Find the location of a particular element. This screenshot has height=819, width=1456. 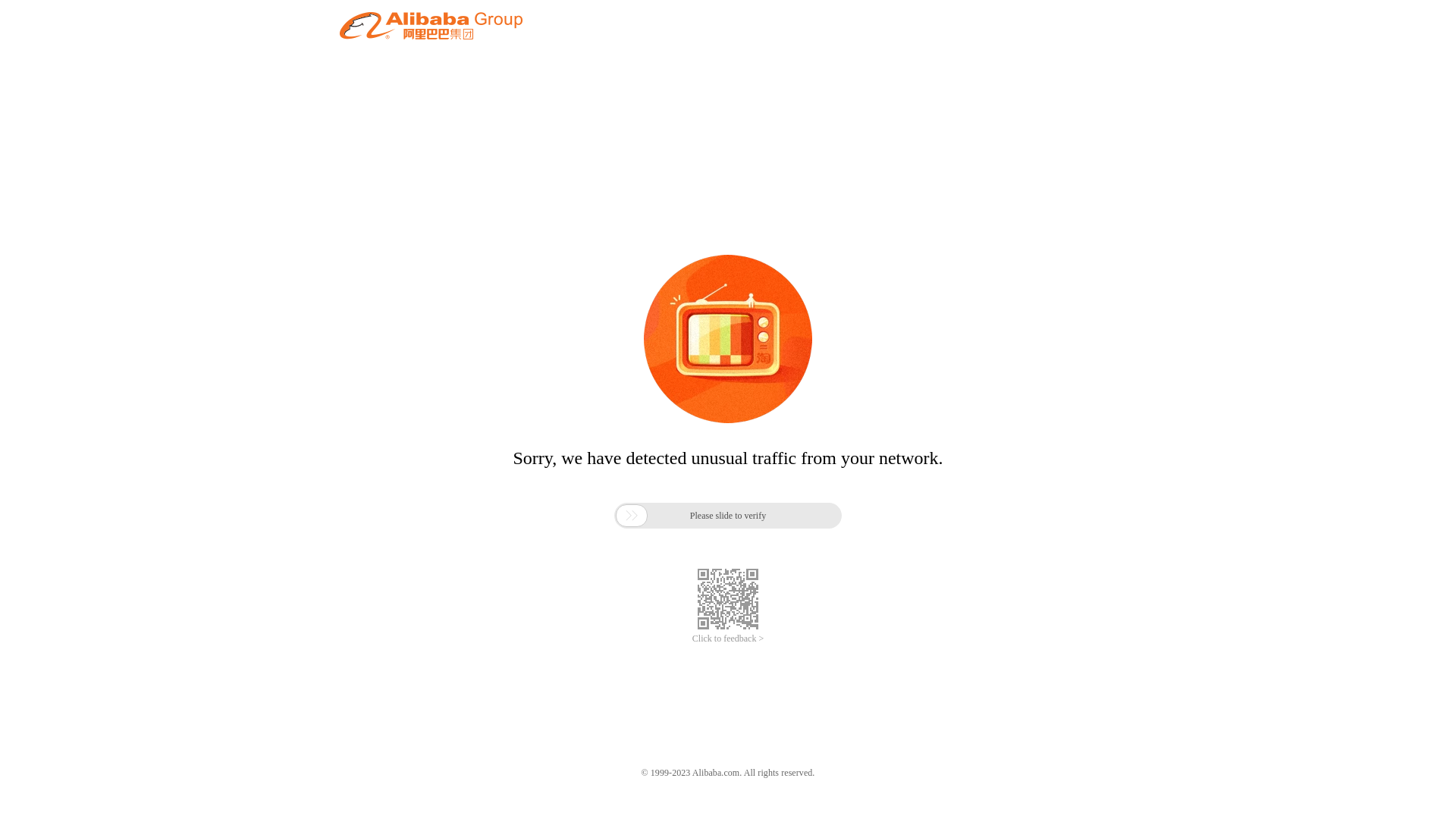

'Click to feedback >' is located at coordinates (728, 639).